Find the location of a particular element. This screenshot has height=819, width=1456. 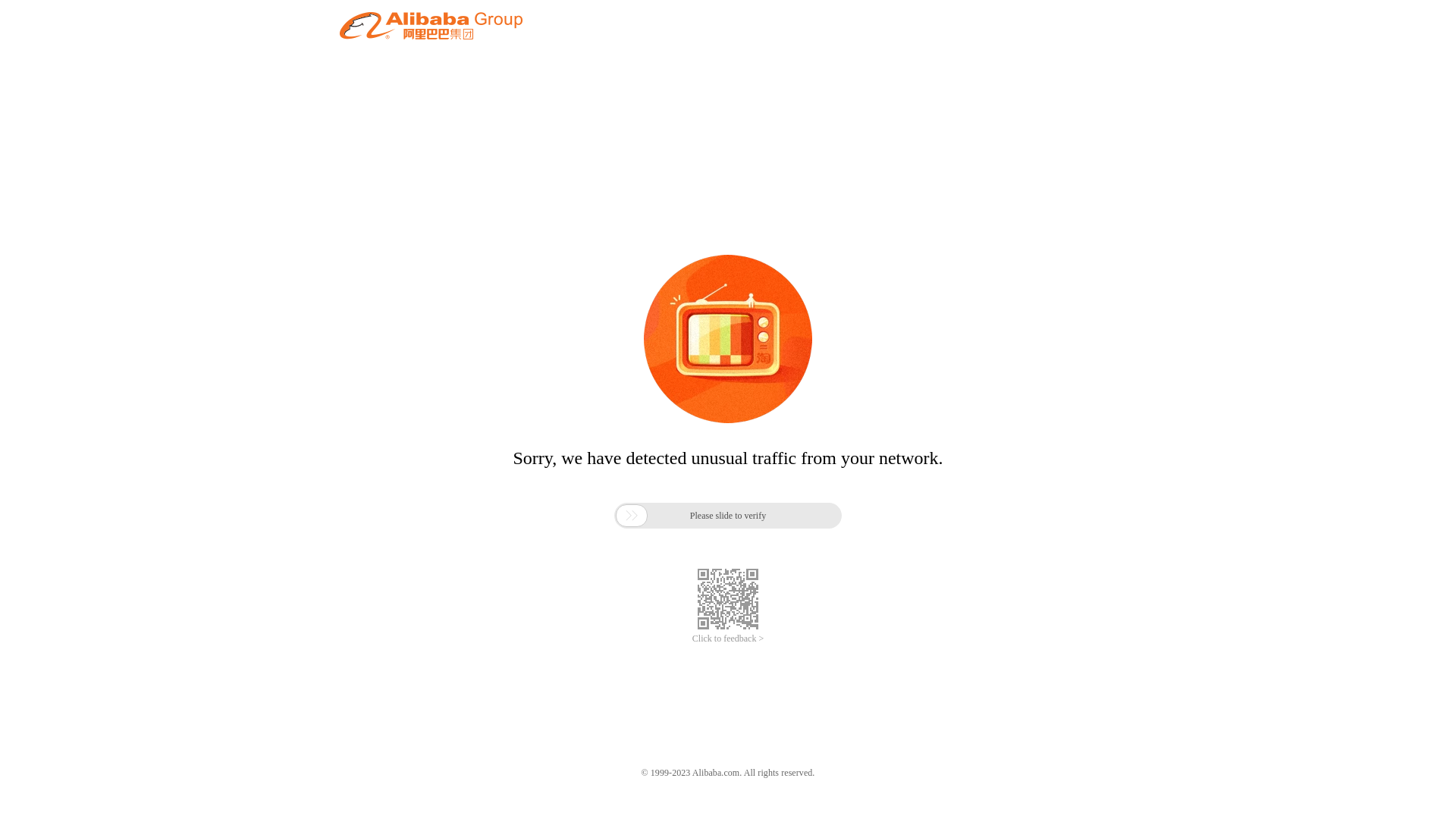

'Click to feedback >' is located at coordinates (728, 639).